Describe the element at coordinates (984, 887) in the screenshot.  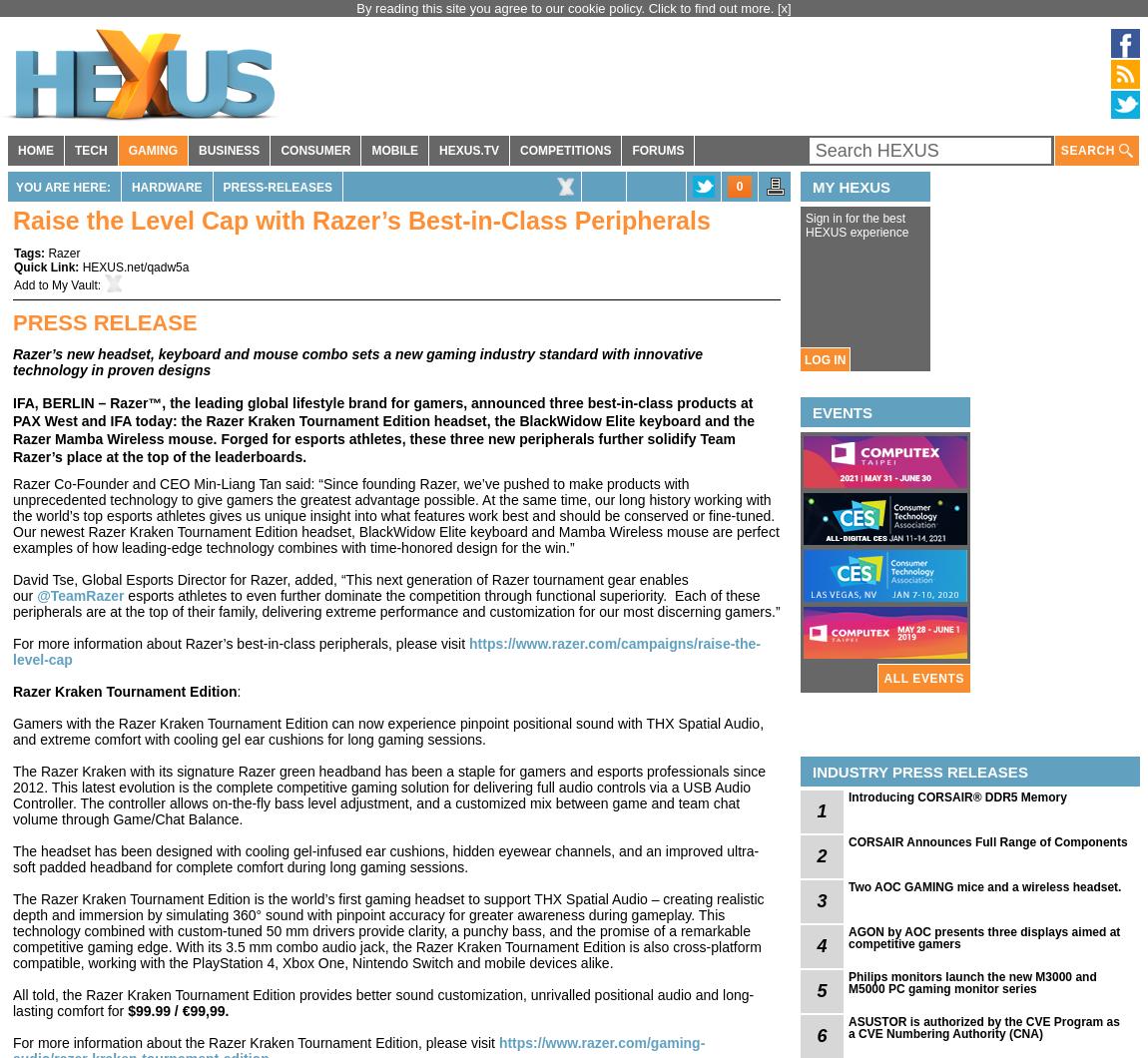
I see `'Two AOC GAMING mice and a wireless headset.'` at that location.